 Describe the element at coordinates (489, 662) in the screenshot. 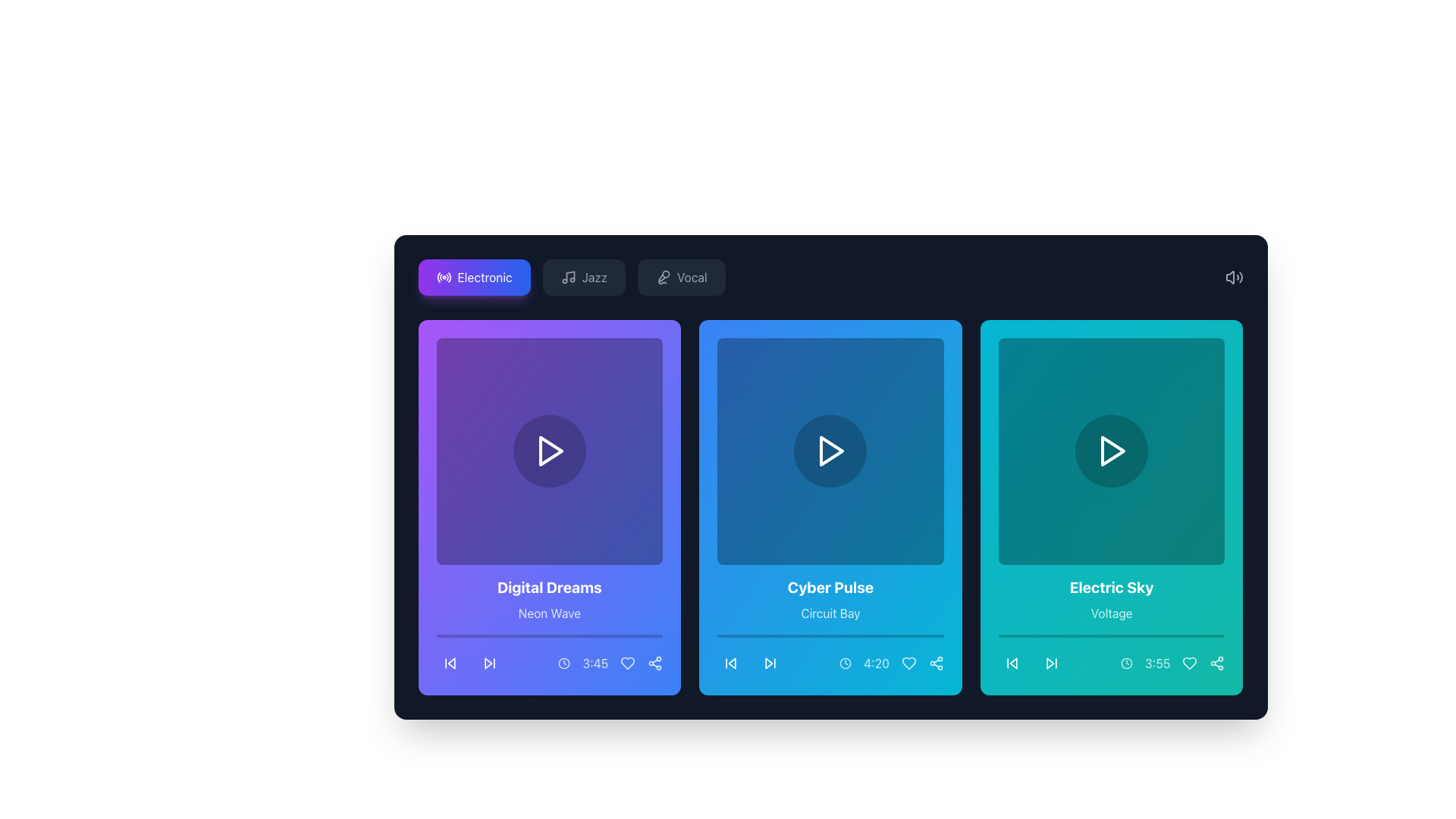

I see `the forward-skip control button, which is a white triangular arrow pointing to the right followed by two vertical lines, located in the lower control section of the 'Digital Dreams' card` at that location.